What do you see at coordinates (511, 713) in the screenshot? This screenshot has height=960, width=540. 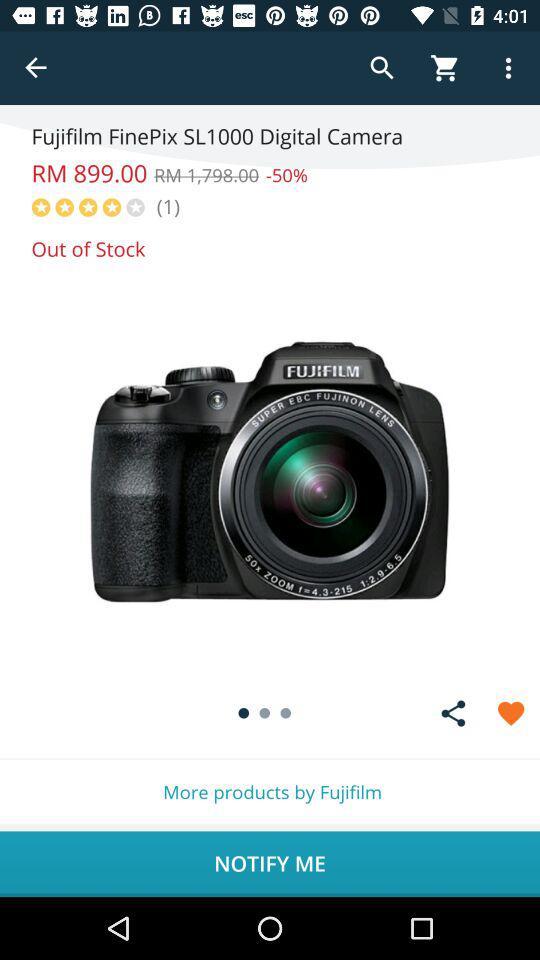 I see `save` at bounding box center [511, 713].